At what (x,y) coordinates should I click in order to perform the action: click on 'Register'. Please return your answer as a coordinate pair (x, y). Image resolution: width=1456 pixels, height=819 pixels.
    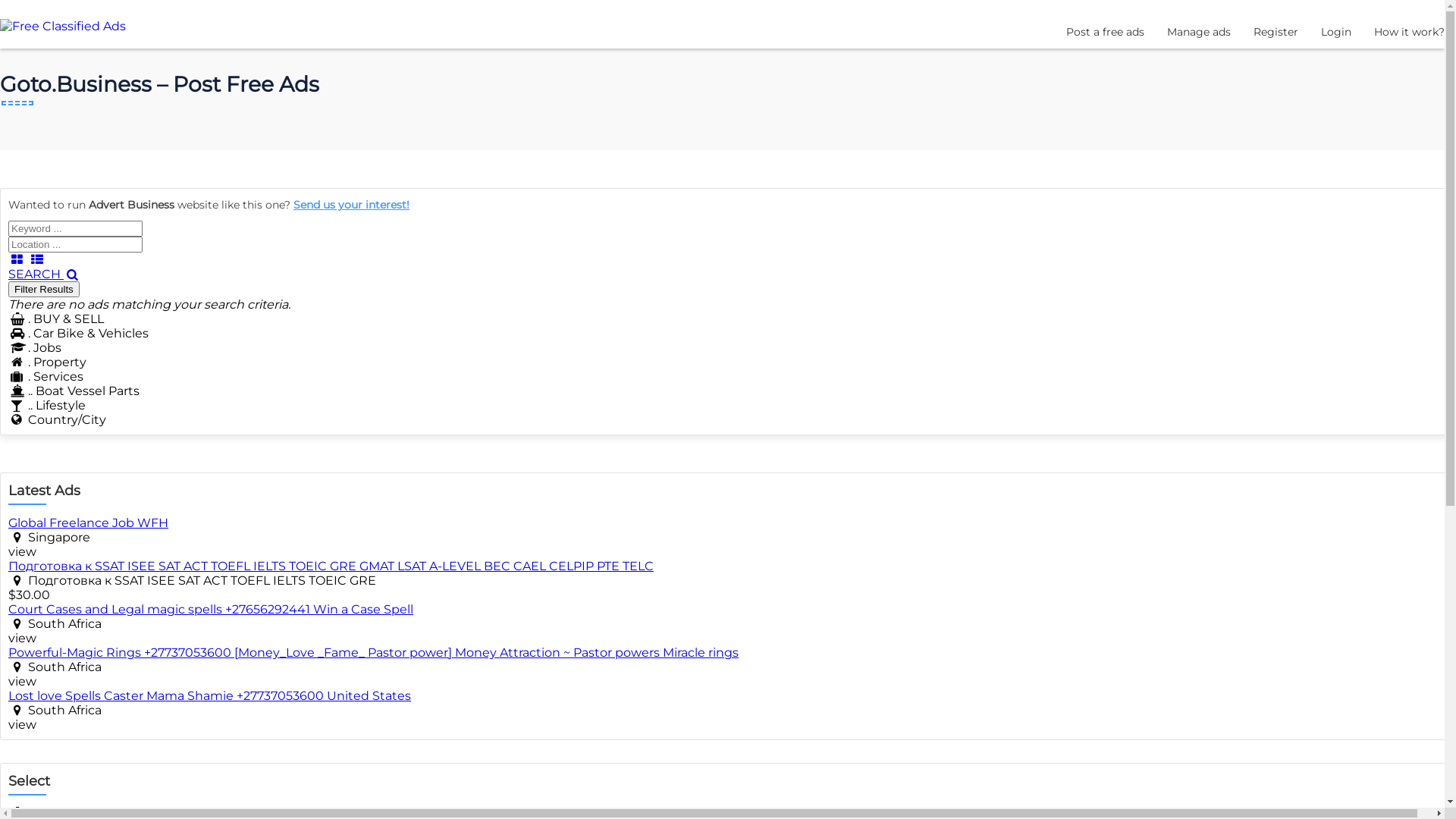
    Looking at the image, I should click on (1253, 32).